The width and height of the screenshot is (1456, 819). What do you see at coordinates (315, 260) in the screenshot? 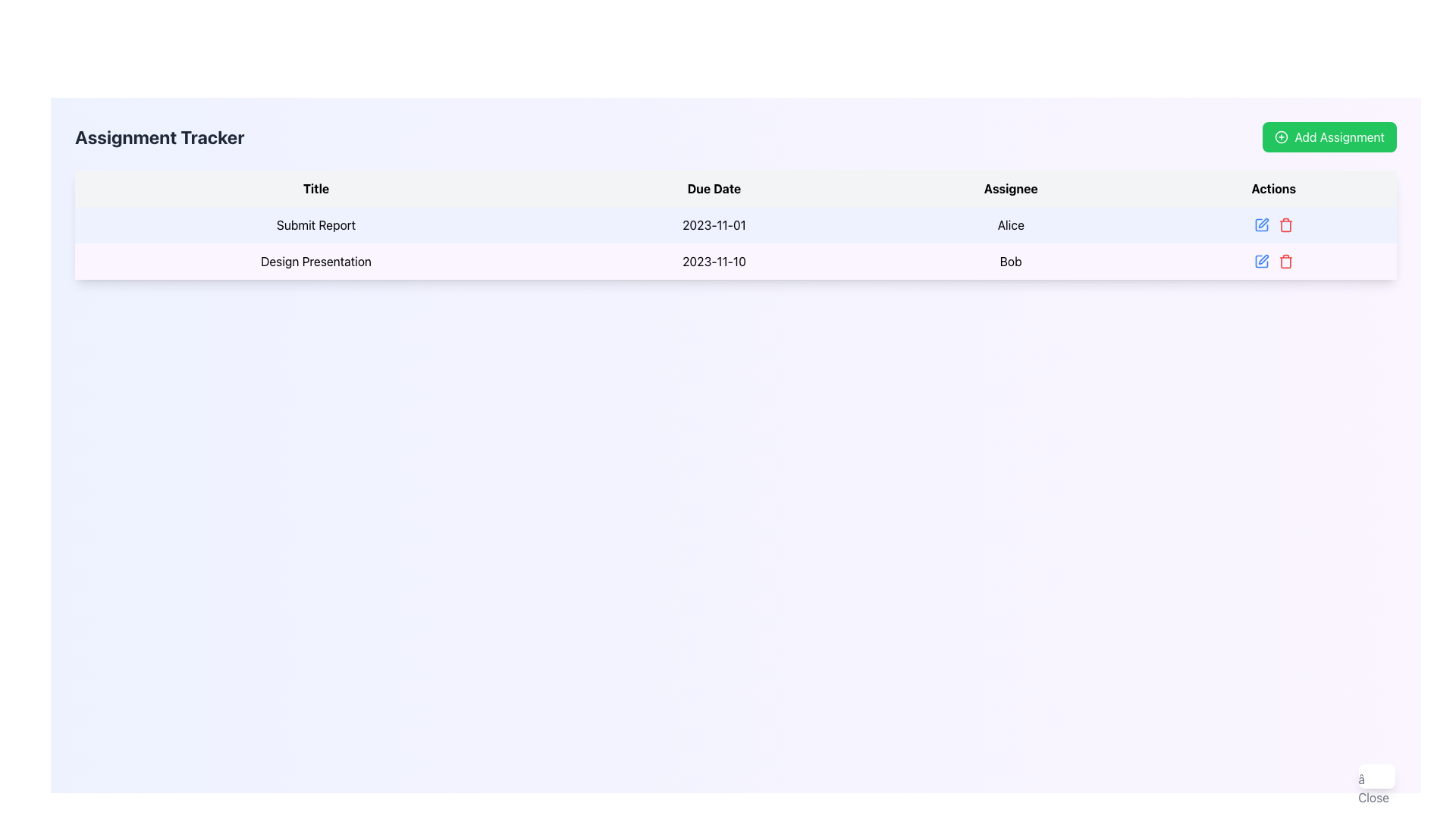
I see `the text label that displays 'Design Presentation', which is located in the second row of the table under the 'Title' column` at bounding box center [315, 260].